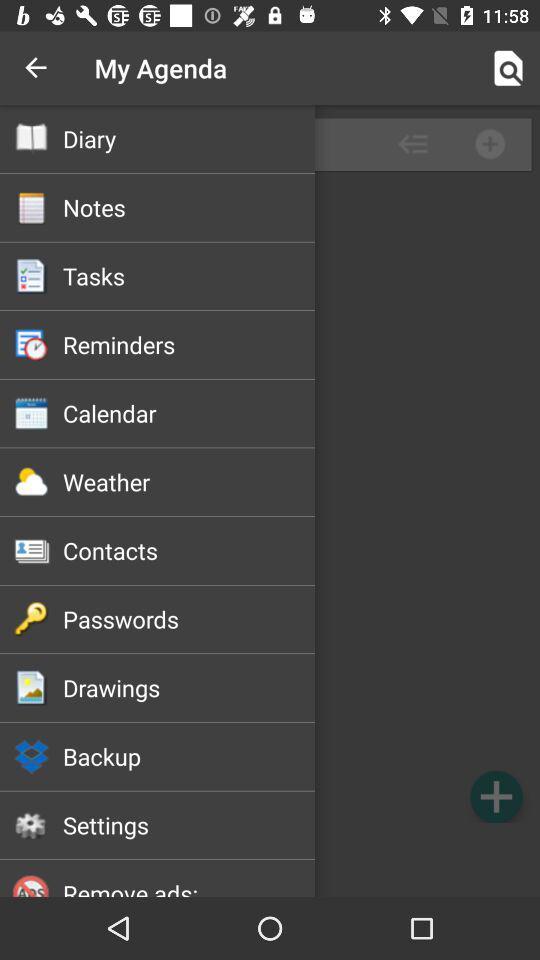 The image size is (540, 960). What do you see at coordinates (189, 687) in the screenshot?
I see `item above backup` at bounding box center [189, 687].